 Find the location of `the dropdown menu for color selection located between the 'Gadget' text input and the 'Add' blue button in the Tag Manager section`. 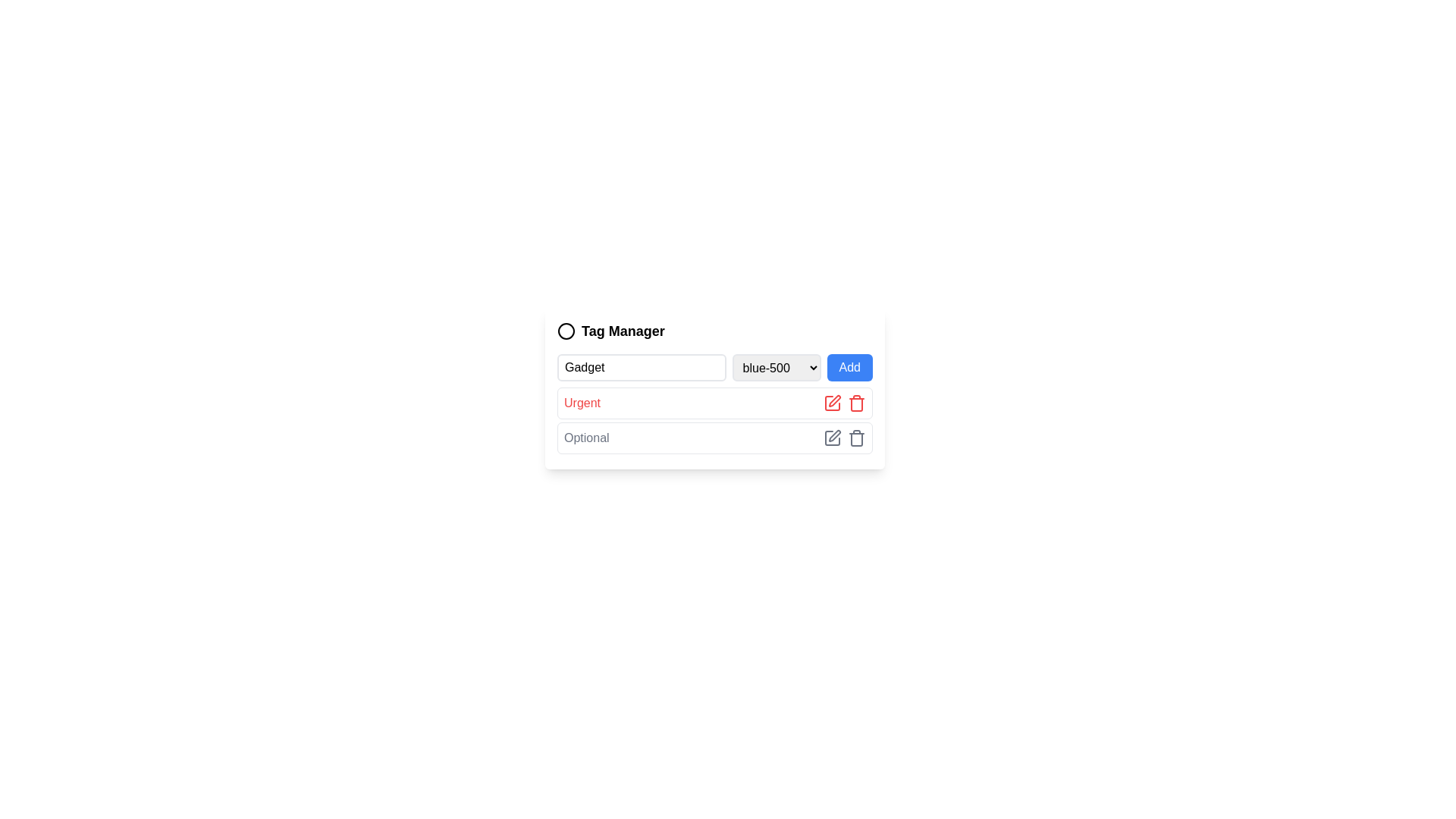

the dropdown menu for color selection located between the 'Gadget' text input and the 'Add' blue button in the Tag Manager section is located at coordinates (776, 368).